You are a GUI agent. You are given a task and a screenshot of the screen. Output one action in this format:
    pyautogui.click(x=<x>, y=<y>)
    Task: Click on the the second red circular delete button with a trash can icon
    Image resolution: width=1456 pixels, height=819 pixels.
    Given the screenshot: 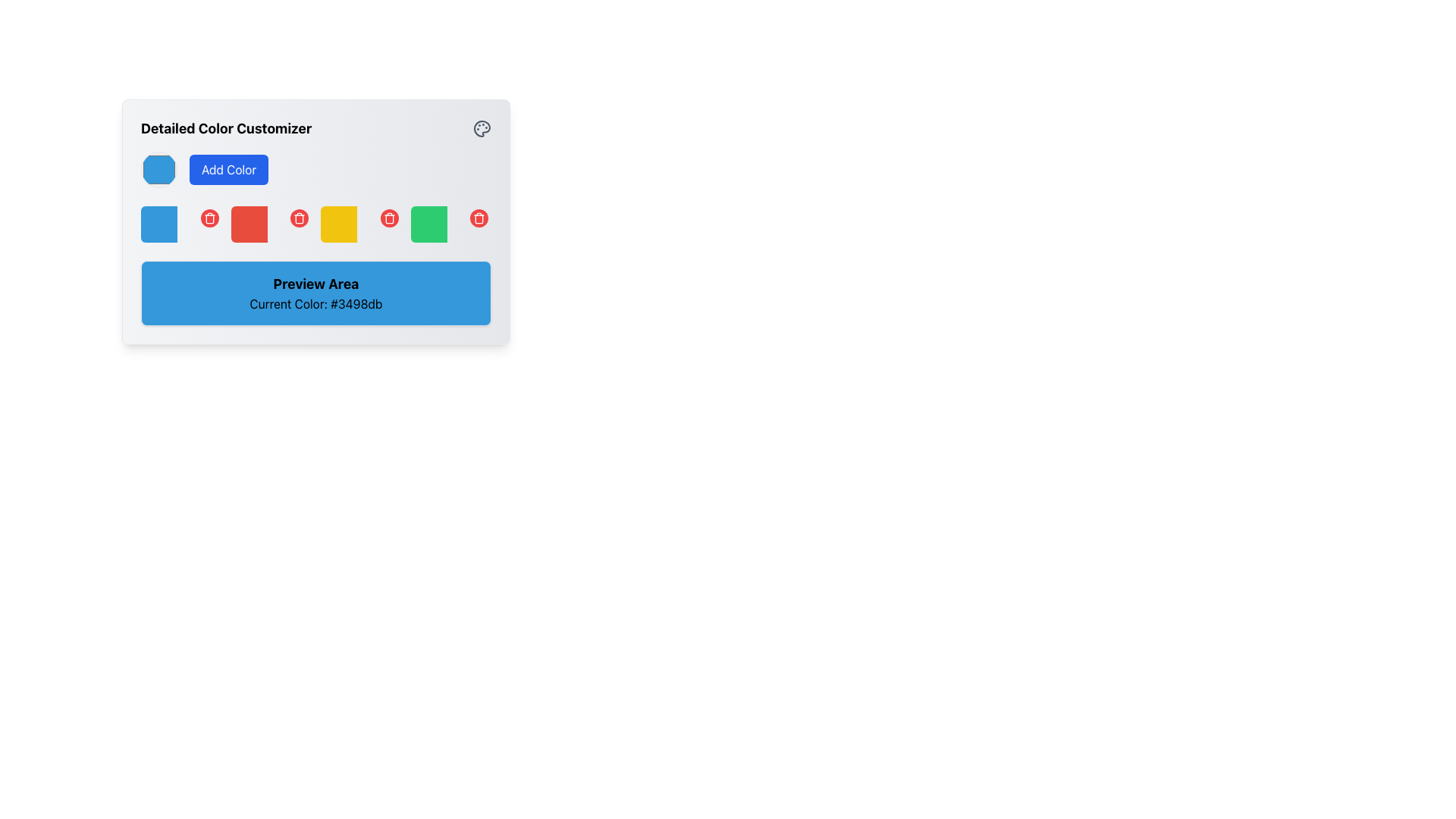 What is the action you would take?
    pyautogui.click(x=209, y=218)
    